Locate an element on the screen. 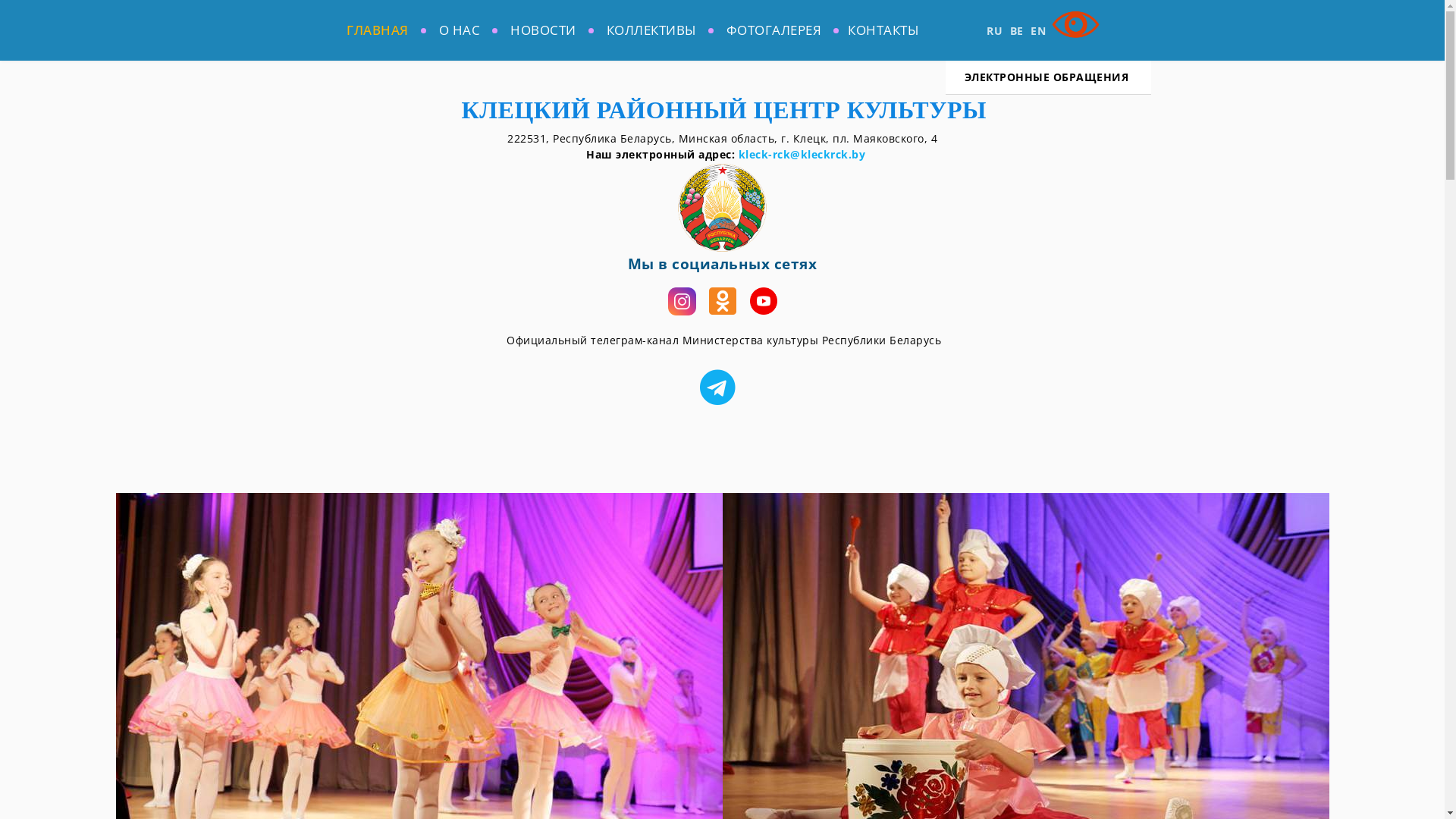  'BE' is located at coordinates (1016, 30).